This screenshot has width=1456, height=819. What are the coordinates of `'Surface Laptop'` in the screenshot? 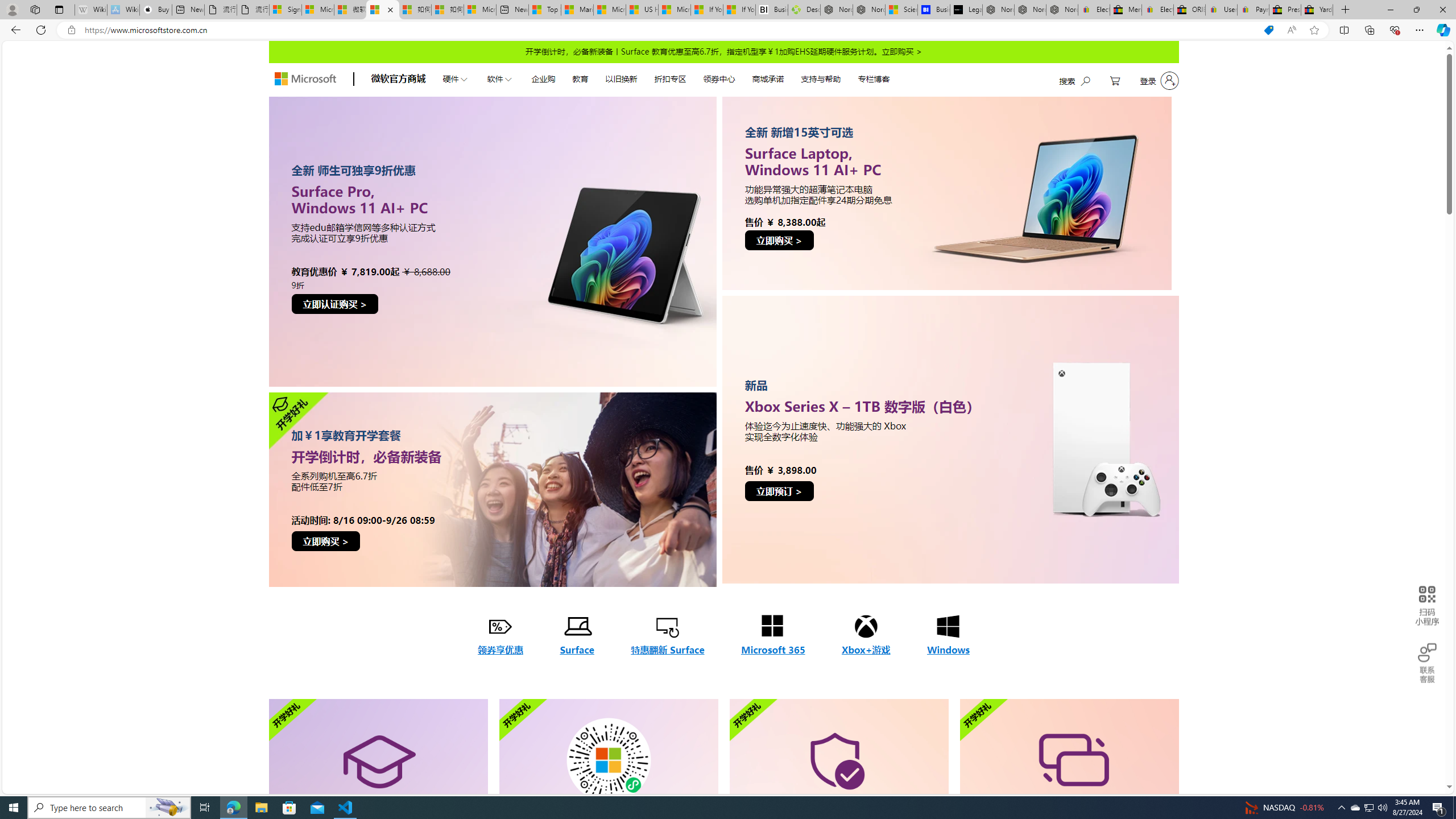 It's located at (950, 192).